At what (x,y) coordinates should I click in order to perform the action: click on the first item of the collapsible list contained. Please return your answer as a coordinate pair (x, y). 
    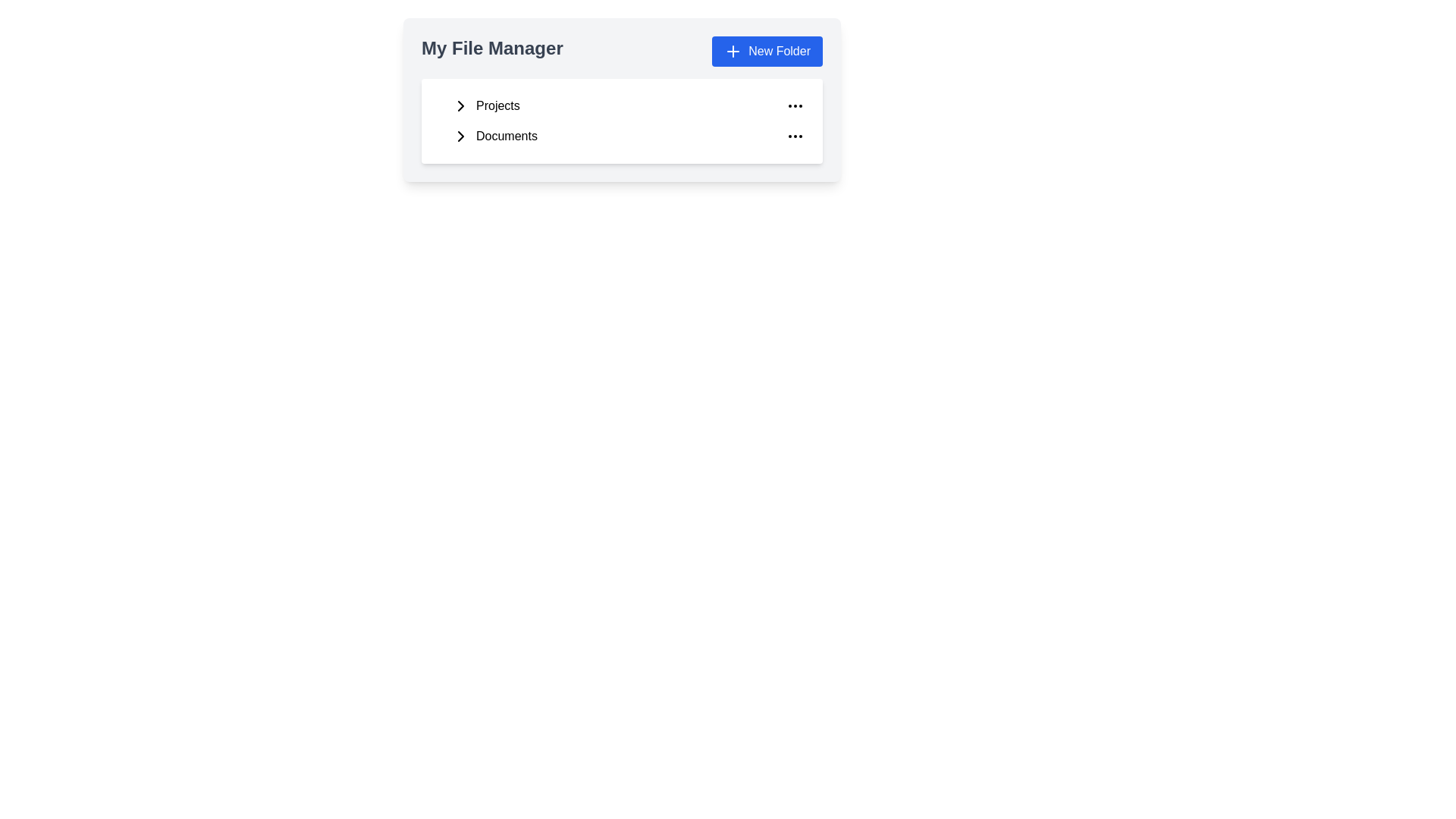
    Looking at the image, I should click on (622, 105).